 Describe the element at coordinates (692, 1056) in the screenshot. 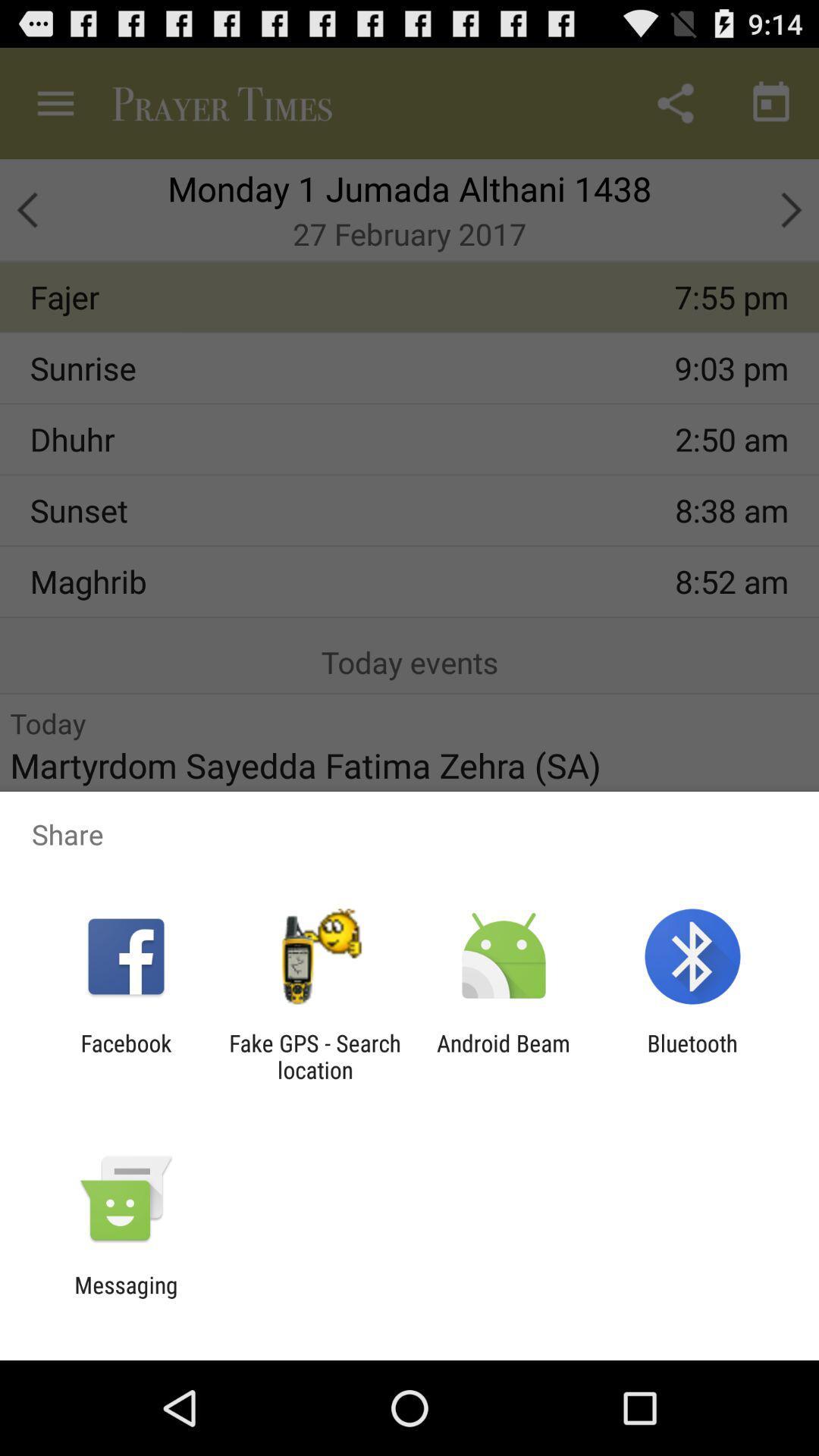

I see `the icon at the bottom right corner` at that location.